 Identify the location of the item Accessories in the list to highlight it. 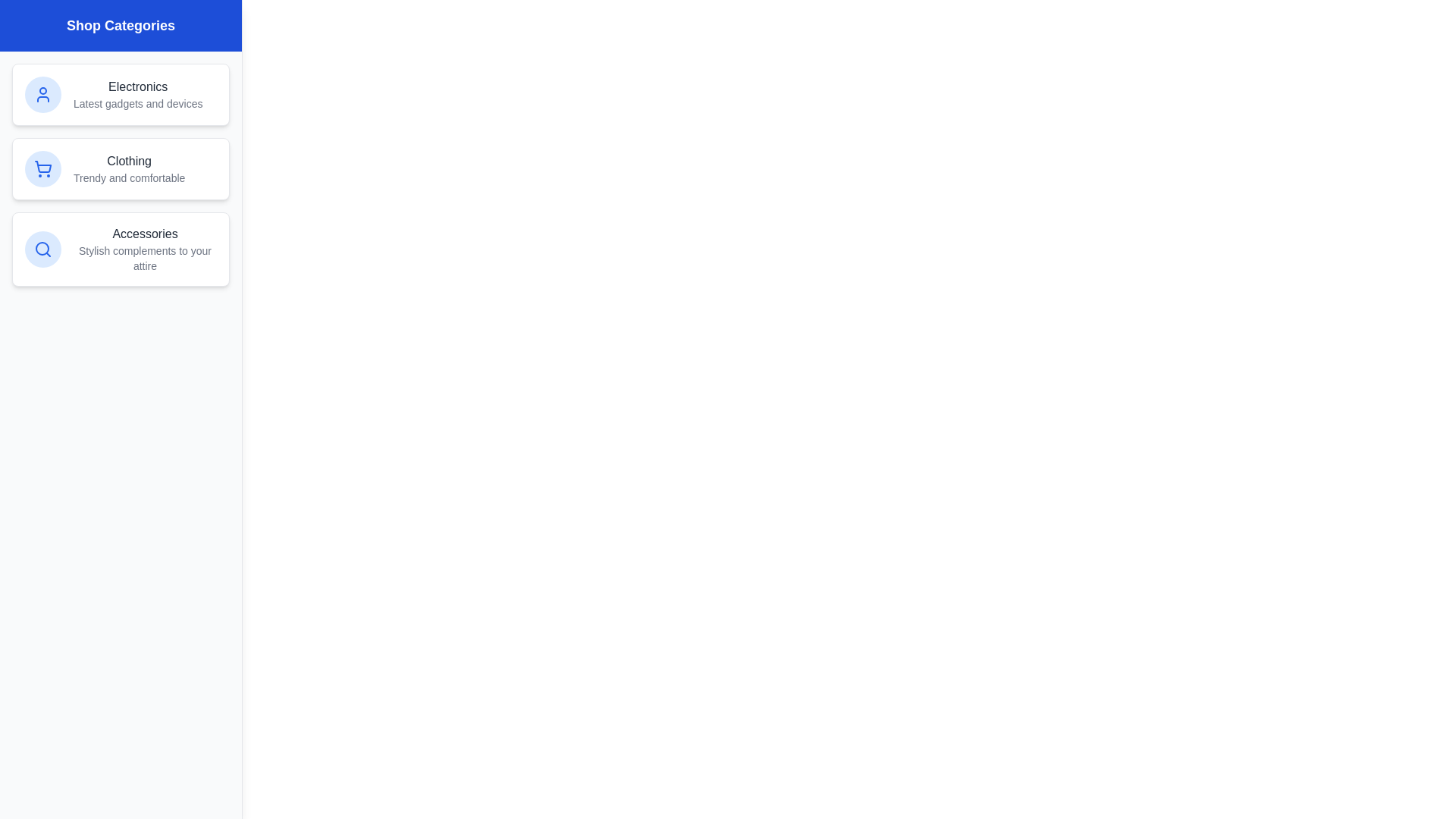
(120, 248).